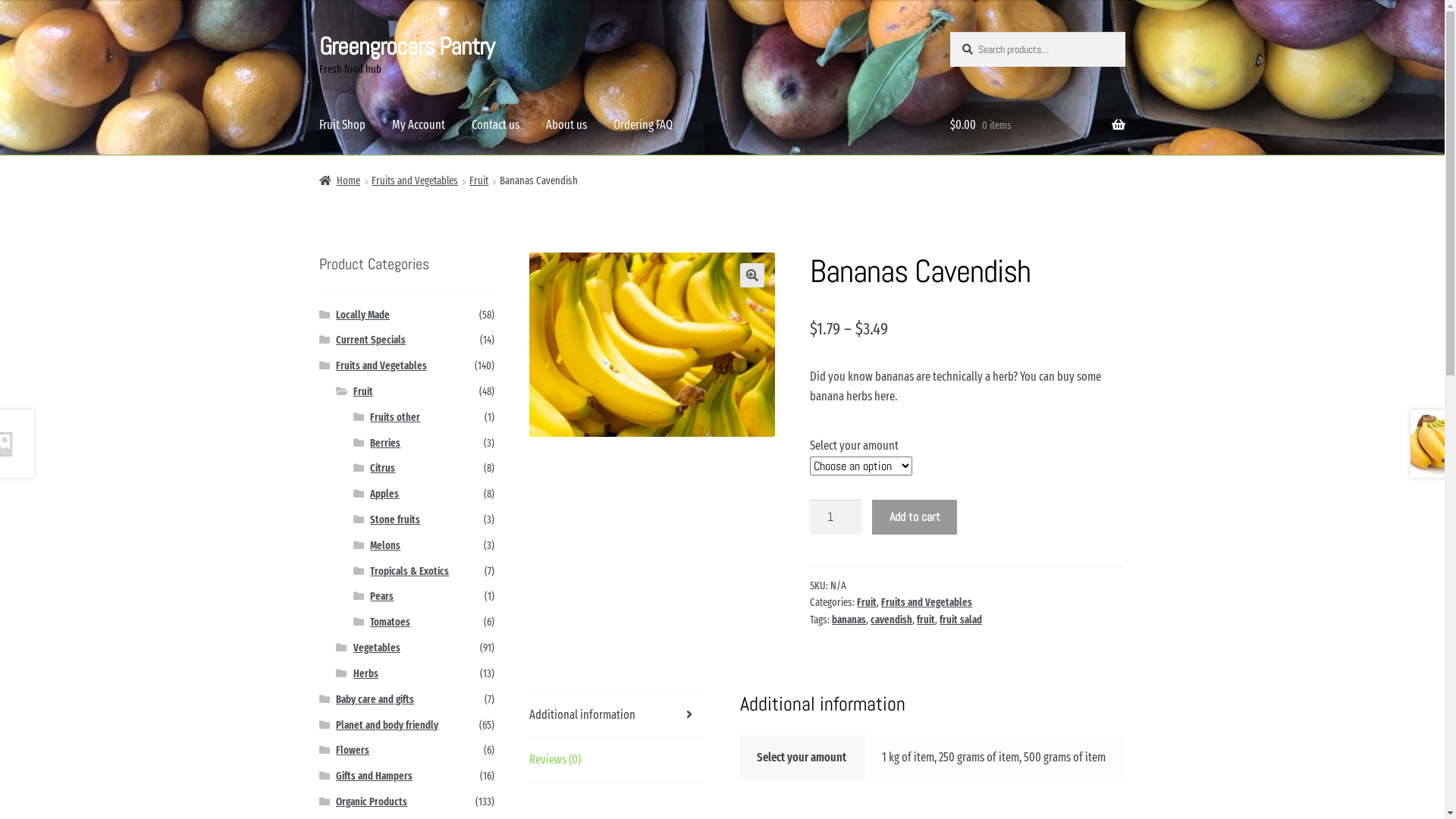  I want to click on 'Contact us', so click(495, 124).